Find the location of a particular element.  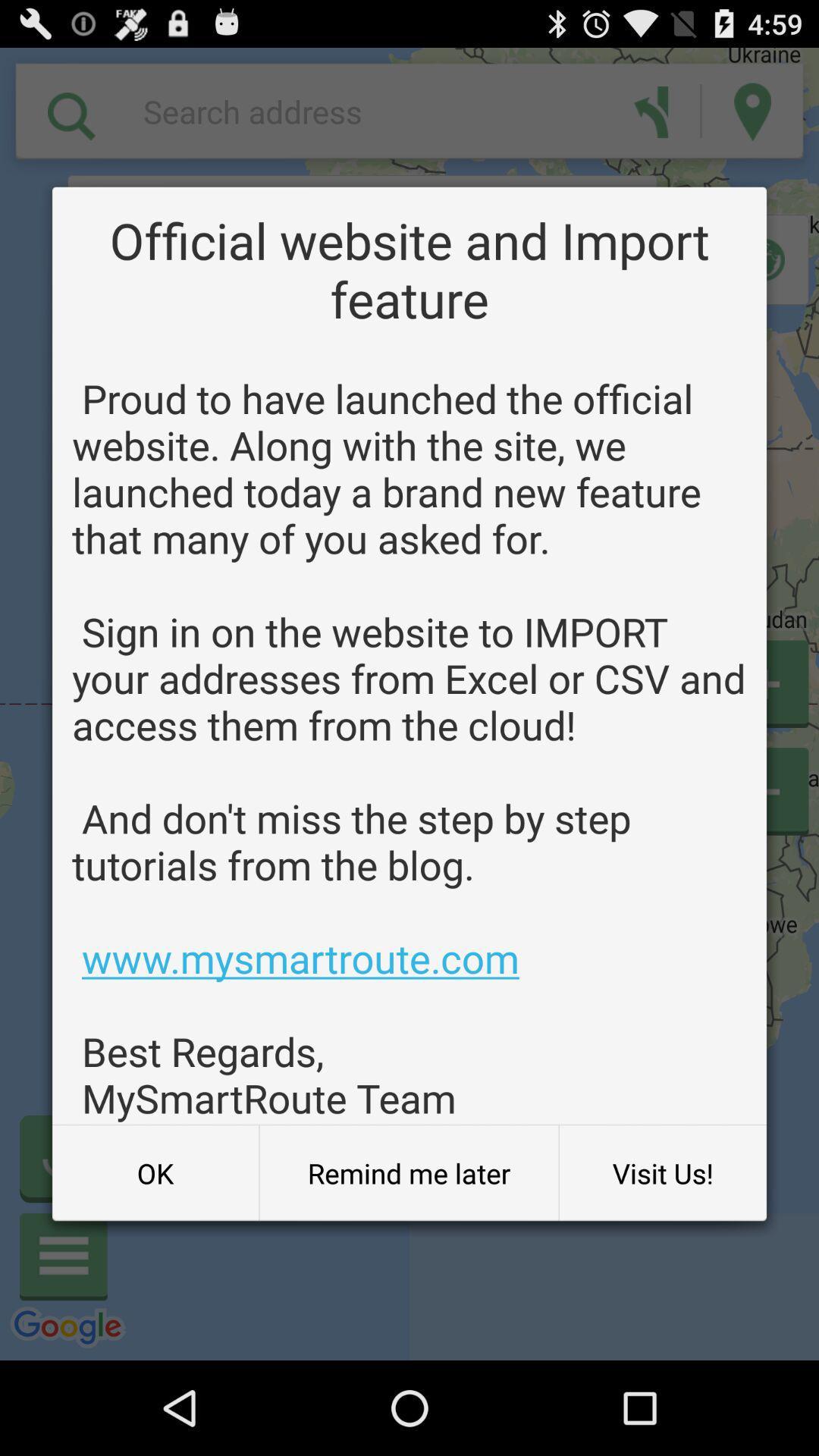

button next to the visit us! item is located at coordinates (408, 1172).